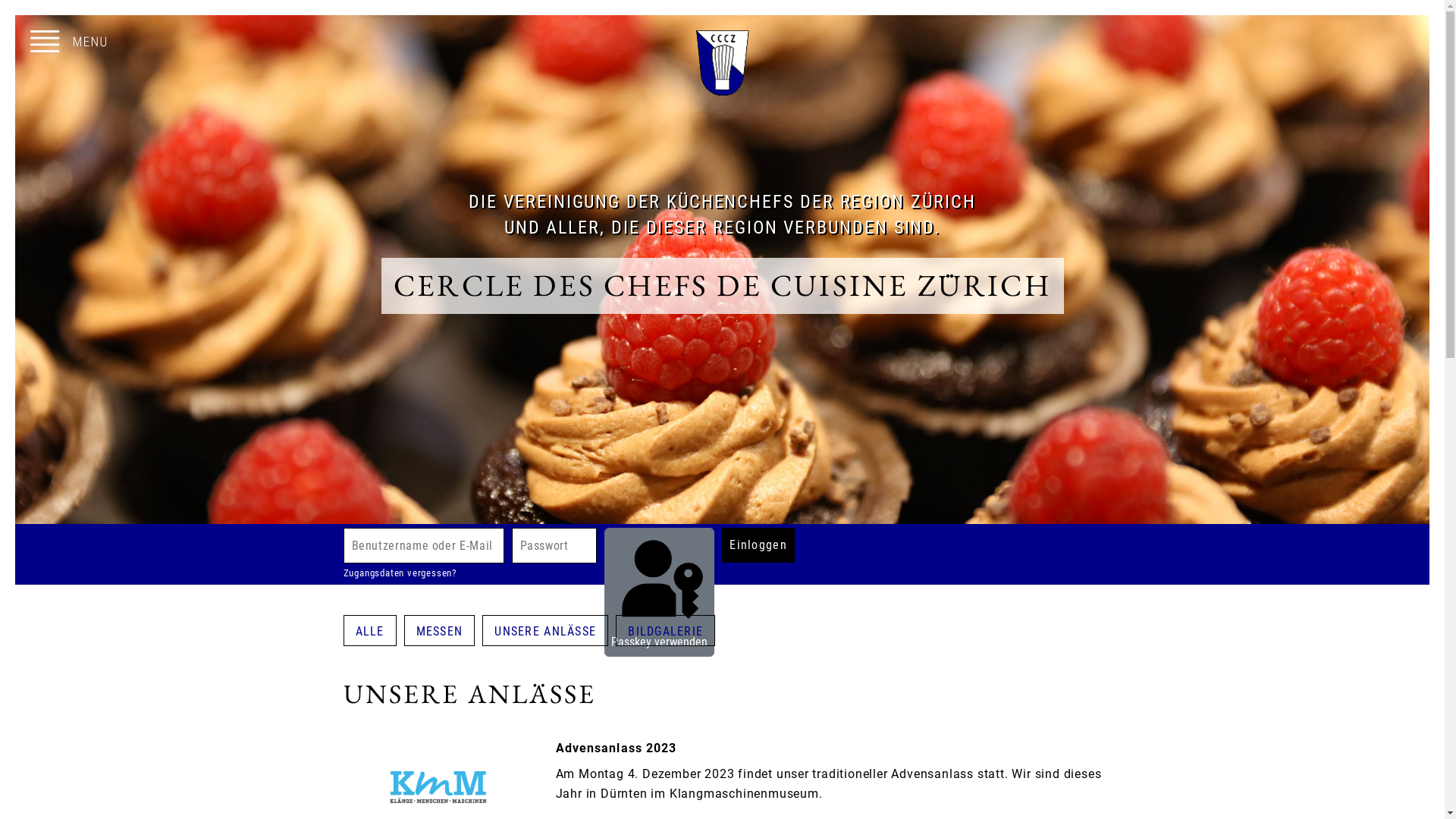  What do you see at coordinates (439, 630) in the screenshot?
I see `'MESSEN'` at bounding box center [439, 630].